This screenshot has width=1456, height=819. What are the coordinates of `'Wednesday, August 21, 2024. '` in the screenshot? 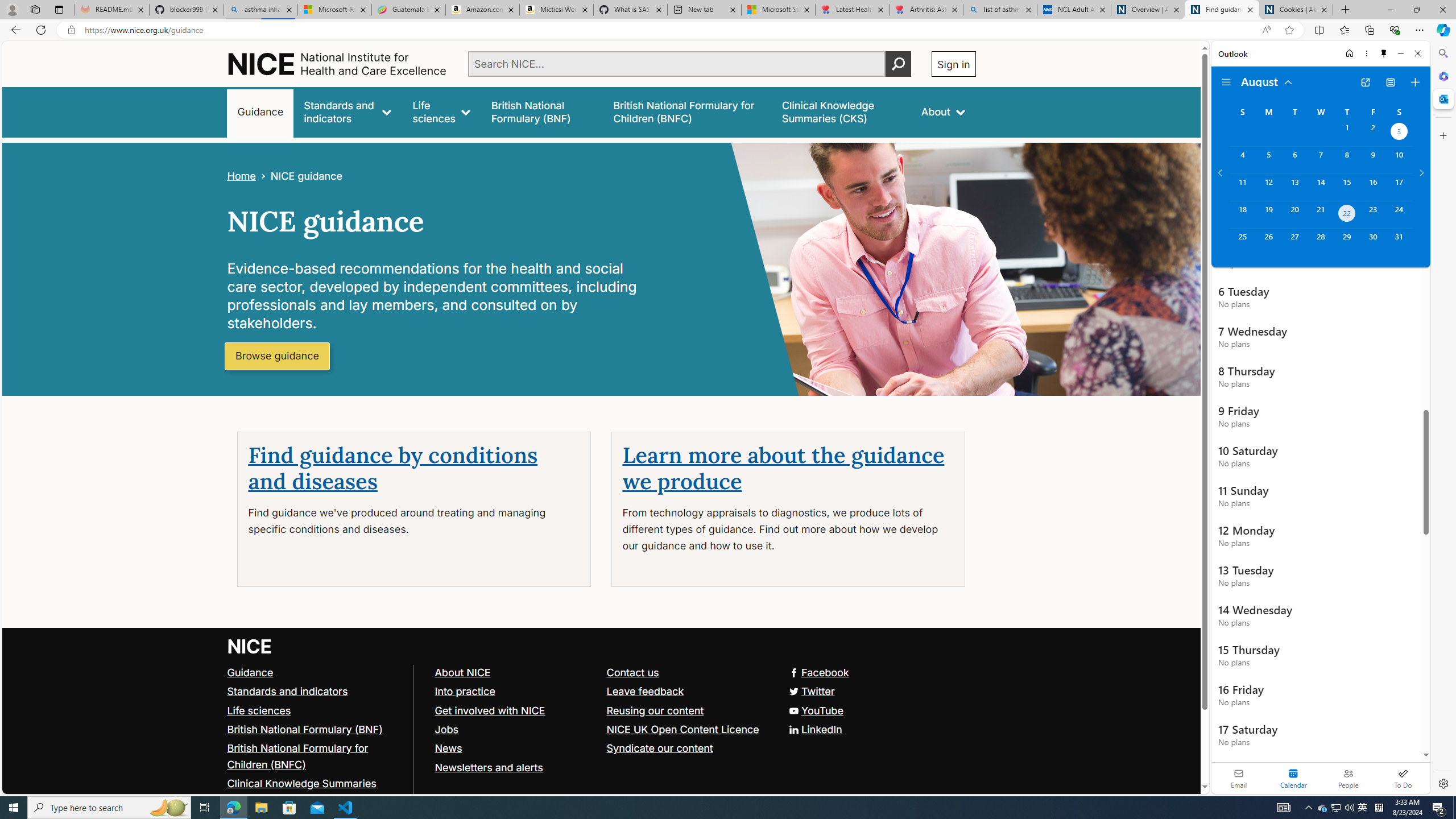 It's located at (1319, 214).